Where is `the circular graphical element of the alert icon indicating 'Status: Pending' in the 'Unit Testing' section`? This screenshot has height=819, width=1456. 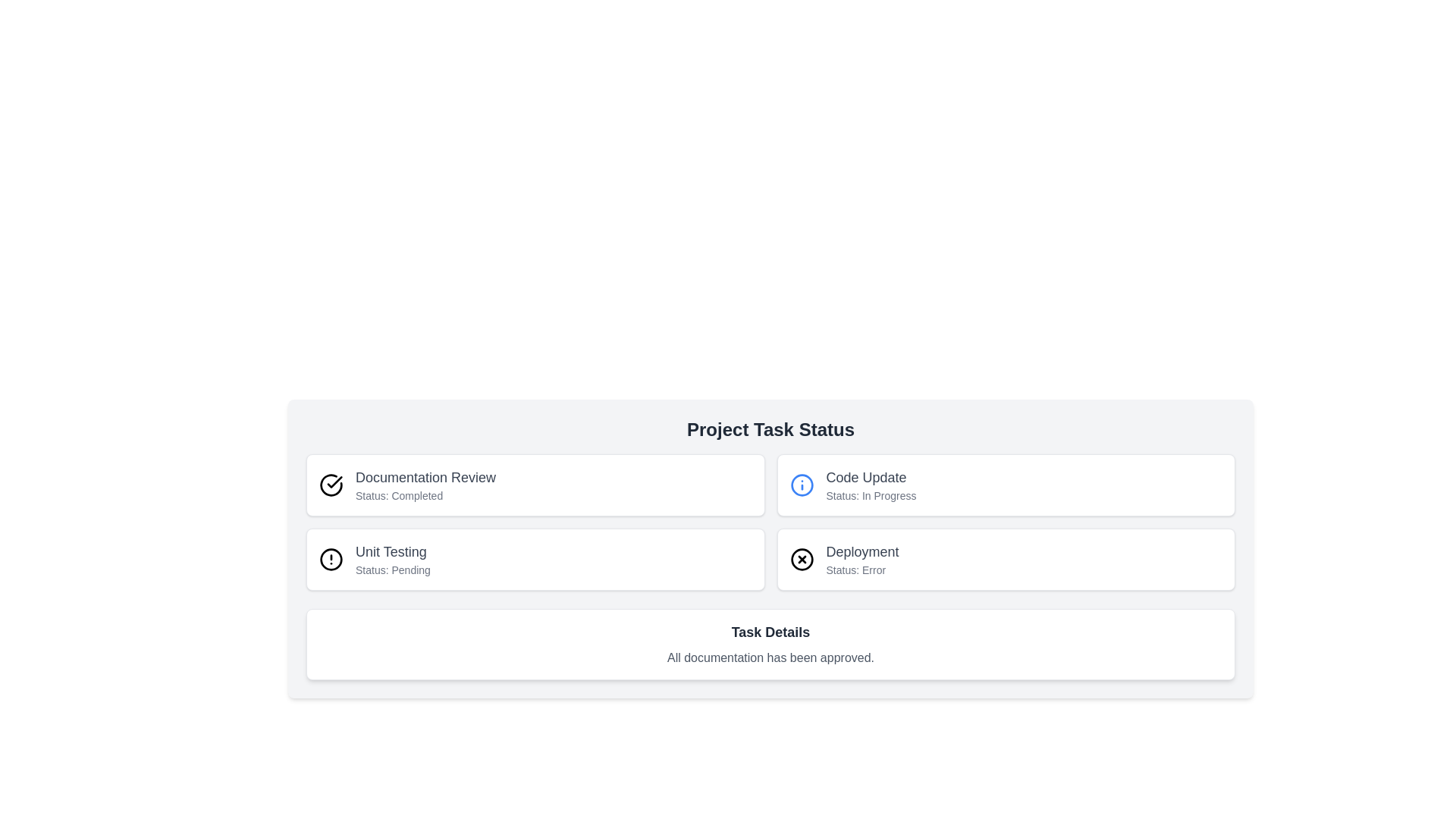 the circular graphical element of the alert icon indicating 'Status: Pending' in the 'Unit Testing' section is located at coordinates (330, 559).